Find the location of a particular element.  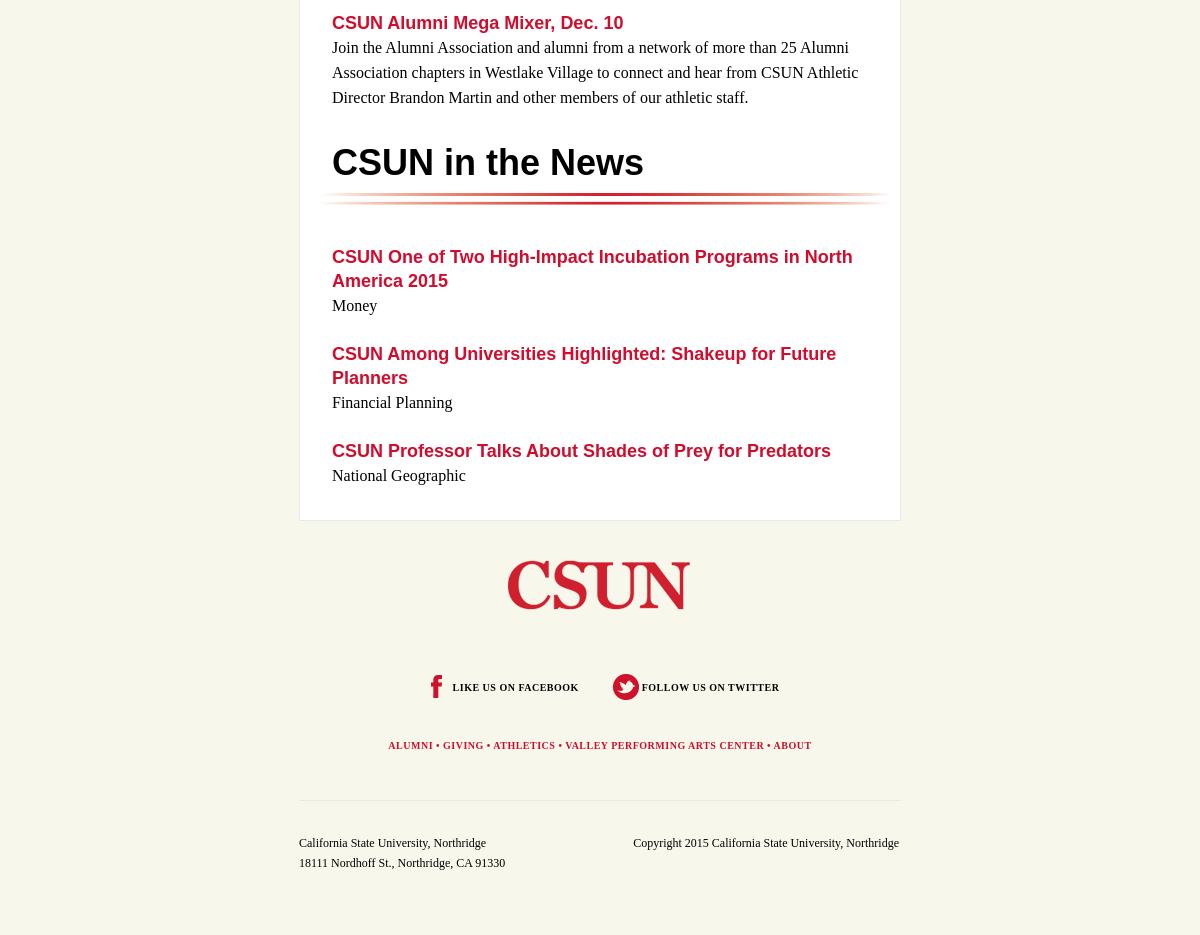

'Join the Alumni Association and alumni from a network of more than 25 Alumni Association chapters in Westlake Village to connect and hear from CSUN Athletic Director Brandon Martin and other members of our athletic staff.' is located at coordinates (332, 72).